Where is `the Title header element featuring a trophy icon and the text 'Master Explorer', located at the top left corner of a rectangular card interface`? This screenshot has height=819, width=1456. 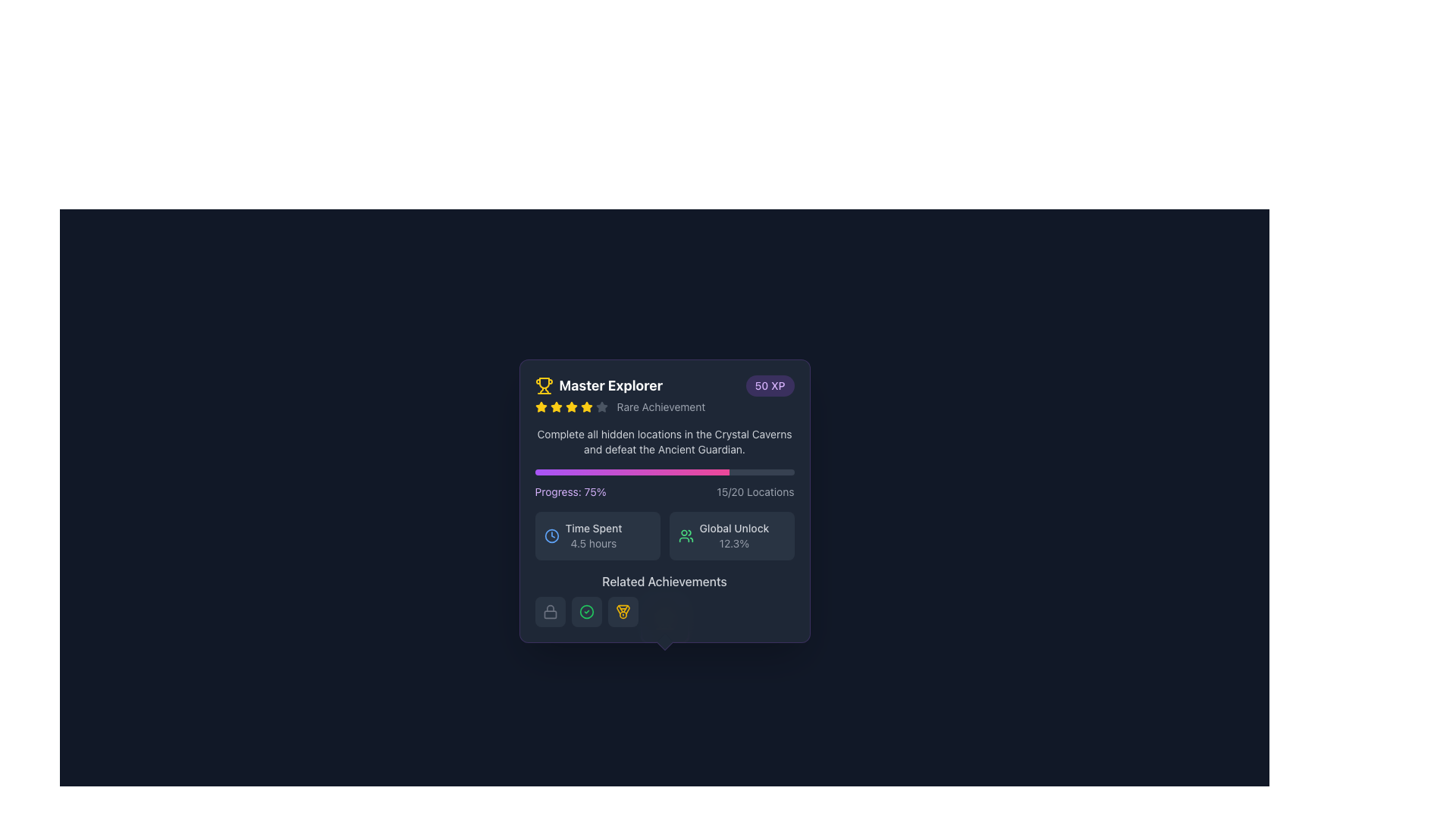
the Title header element featuring a trophy icon and the text 'Master Explorer', located at the top left corner of a rectangular card interface is located at coordinates (620, 385).